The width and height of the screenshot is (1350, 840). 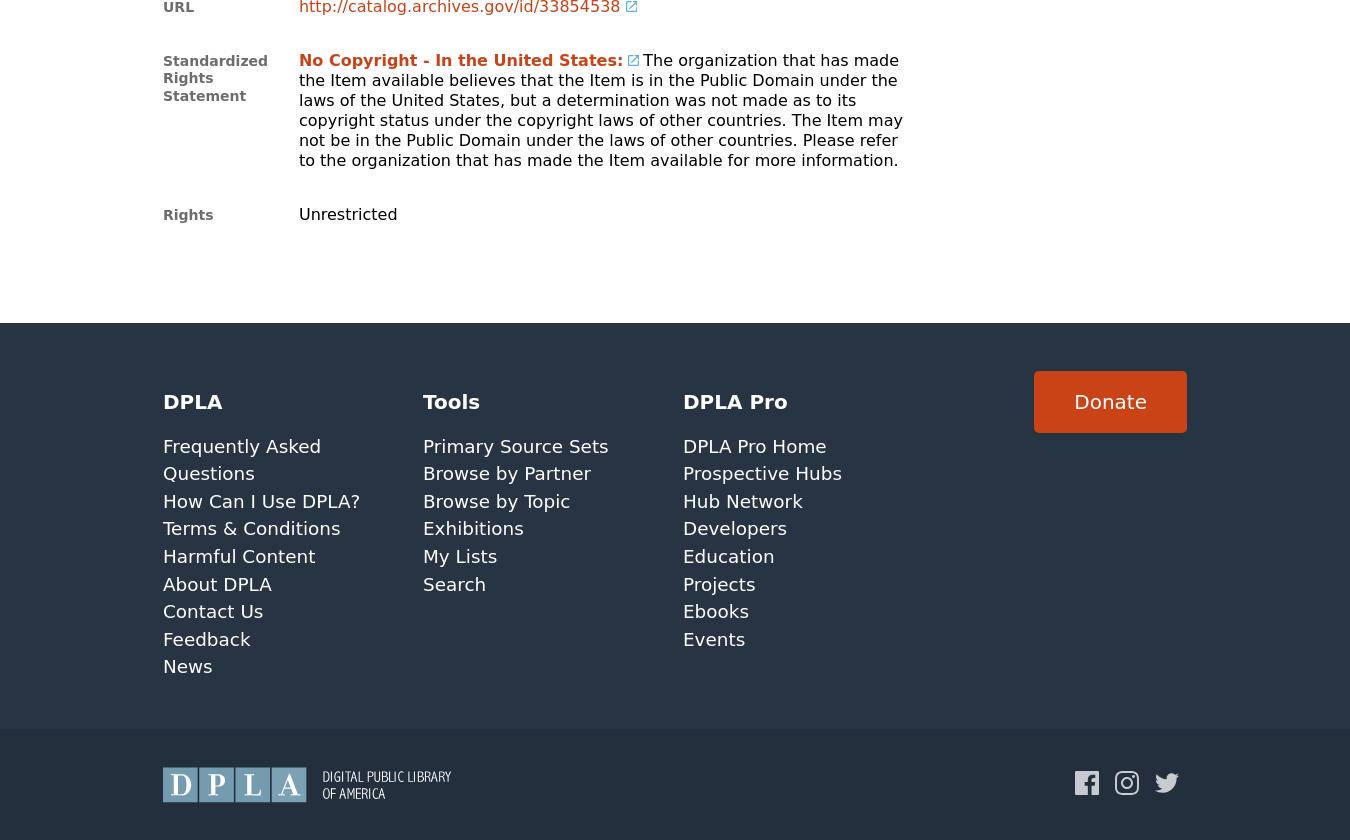 I want to click on 'Frequently Asked Questions', so click(x=241, y=458).